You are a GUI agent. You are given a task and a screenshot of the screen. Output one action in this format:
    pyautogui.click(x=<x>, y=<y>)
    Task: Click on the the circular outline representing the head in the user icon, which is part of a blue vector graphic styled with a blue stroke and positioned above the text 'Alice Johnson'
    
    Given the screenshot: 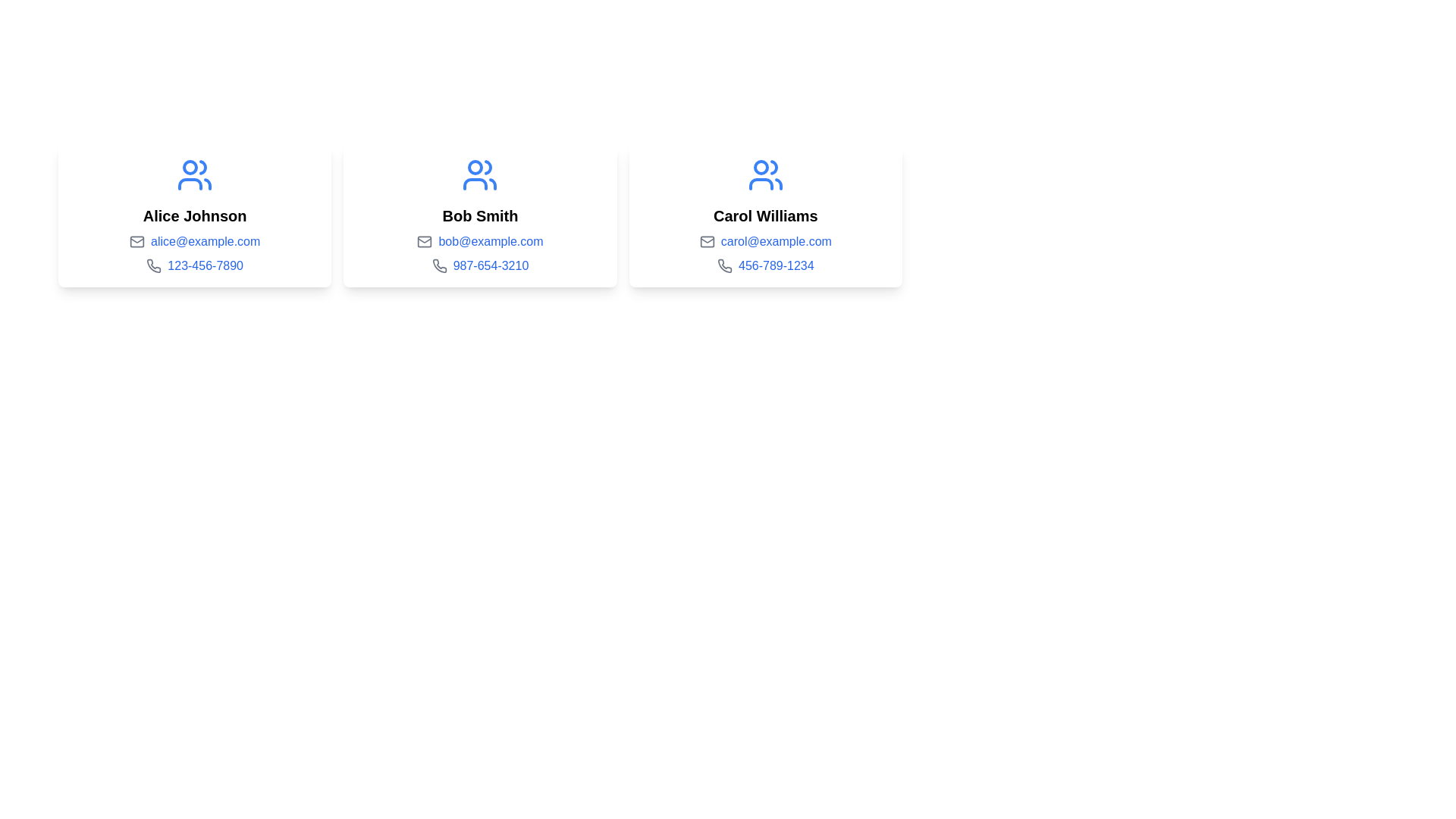 What is the action you would take?
    pyautogui.click(x=190, y=167)
    